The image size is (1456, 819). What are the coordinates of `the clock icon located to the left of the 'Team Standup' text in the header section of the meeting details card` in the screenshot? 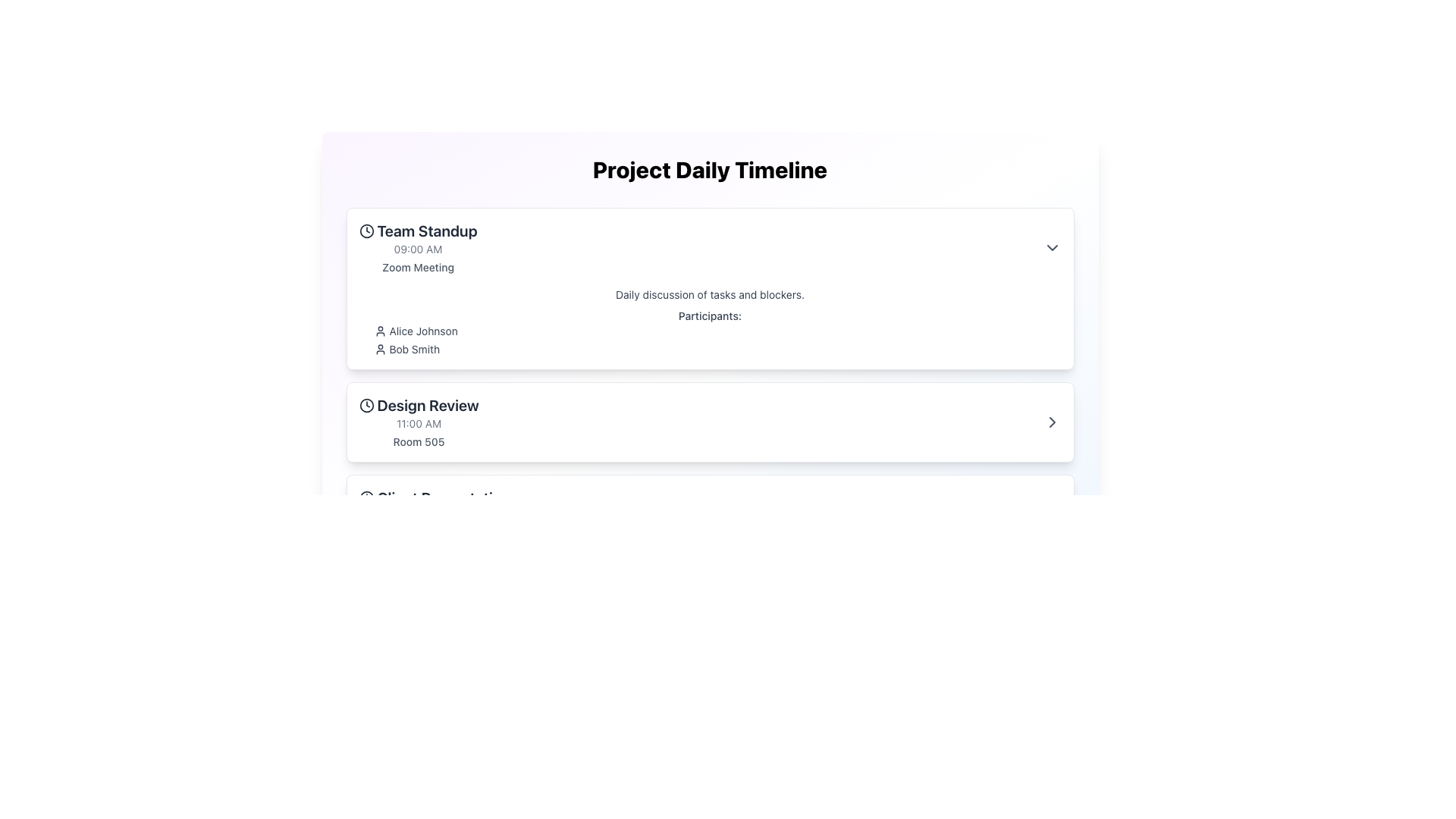 It's located at (366, 231).